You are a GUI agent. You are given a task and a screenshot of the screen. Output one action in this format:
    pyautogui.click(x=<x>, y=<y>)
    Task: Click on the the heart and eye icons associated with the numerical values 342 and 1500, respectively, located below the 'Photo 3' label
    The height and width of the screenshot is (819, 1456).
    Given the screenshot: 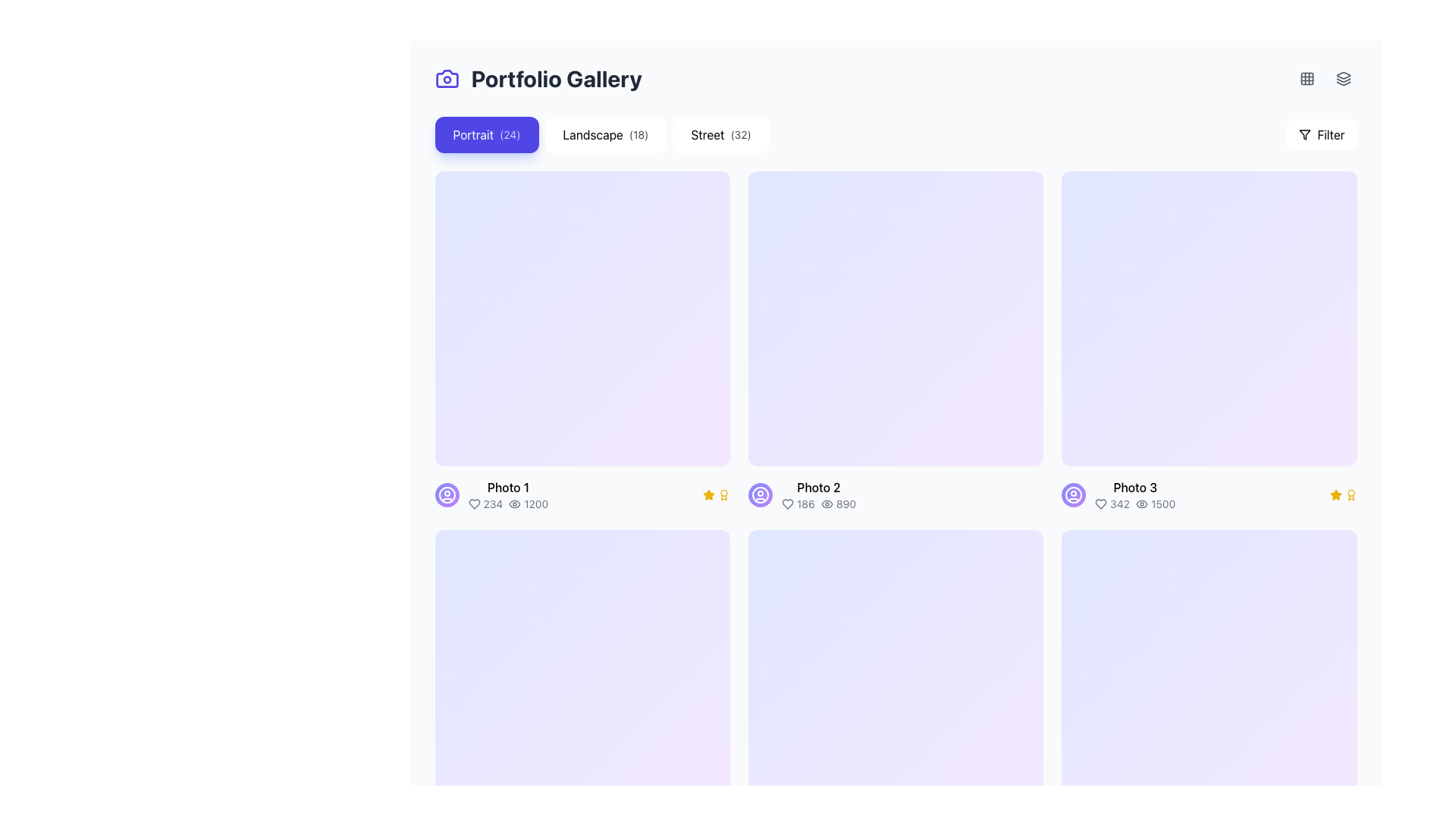 What is the action you would take?
    pyautogui.click(x=1135, y=504)
    